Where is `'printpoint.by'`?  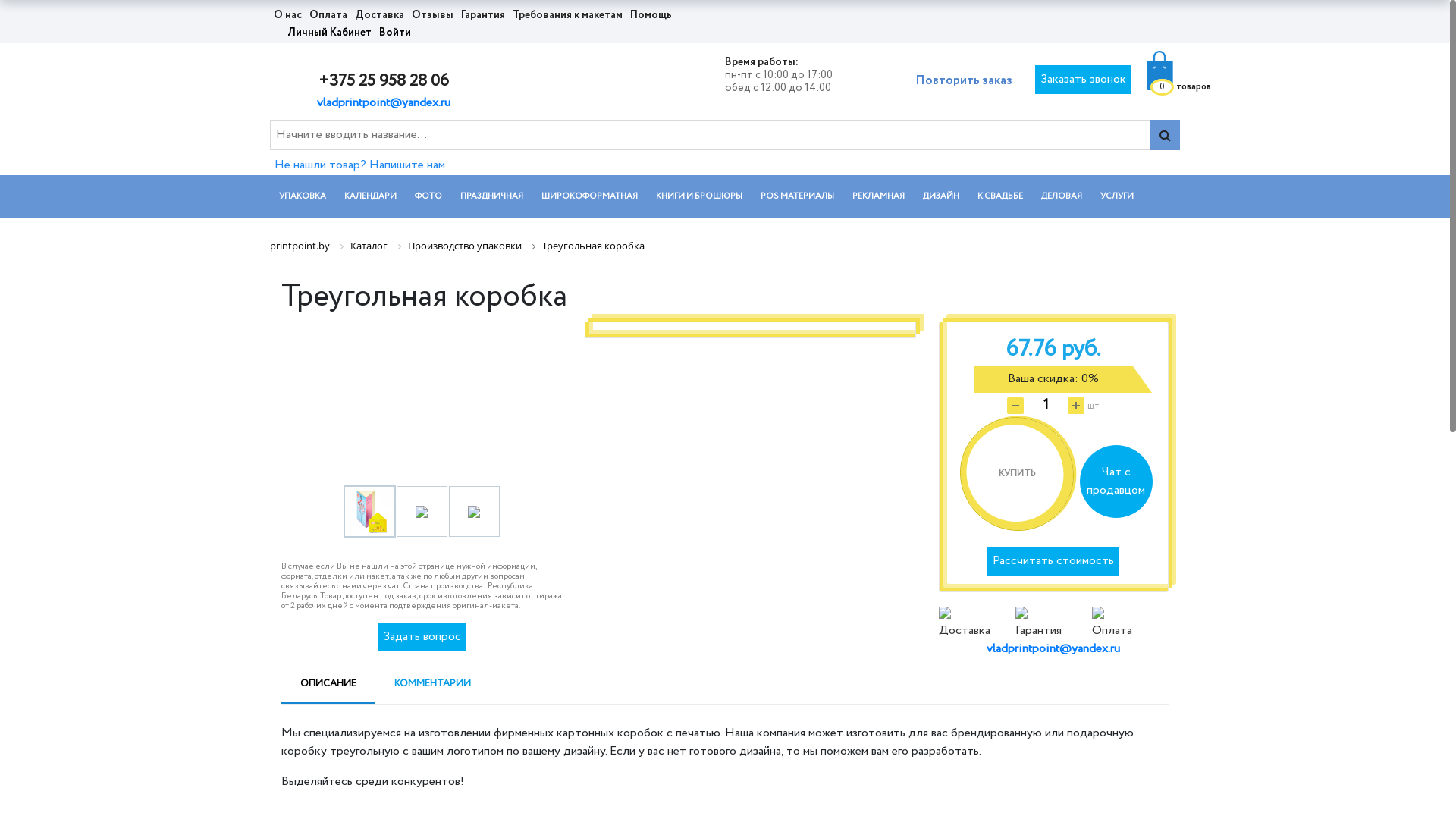
'printpoint.by' is located at coordinates (300, 245).